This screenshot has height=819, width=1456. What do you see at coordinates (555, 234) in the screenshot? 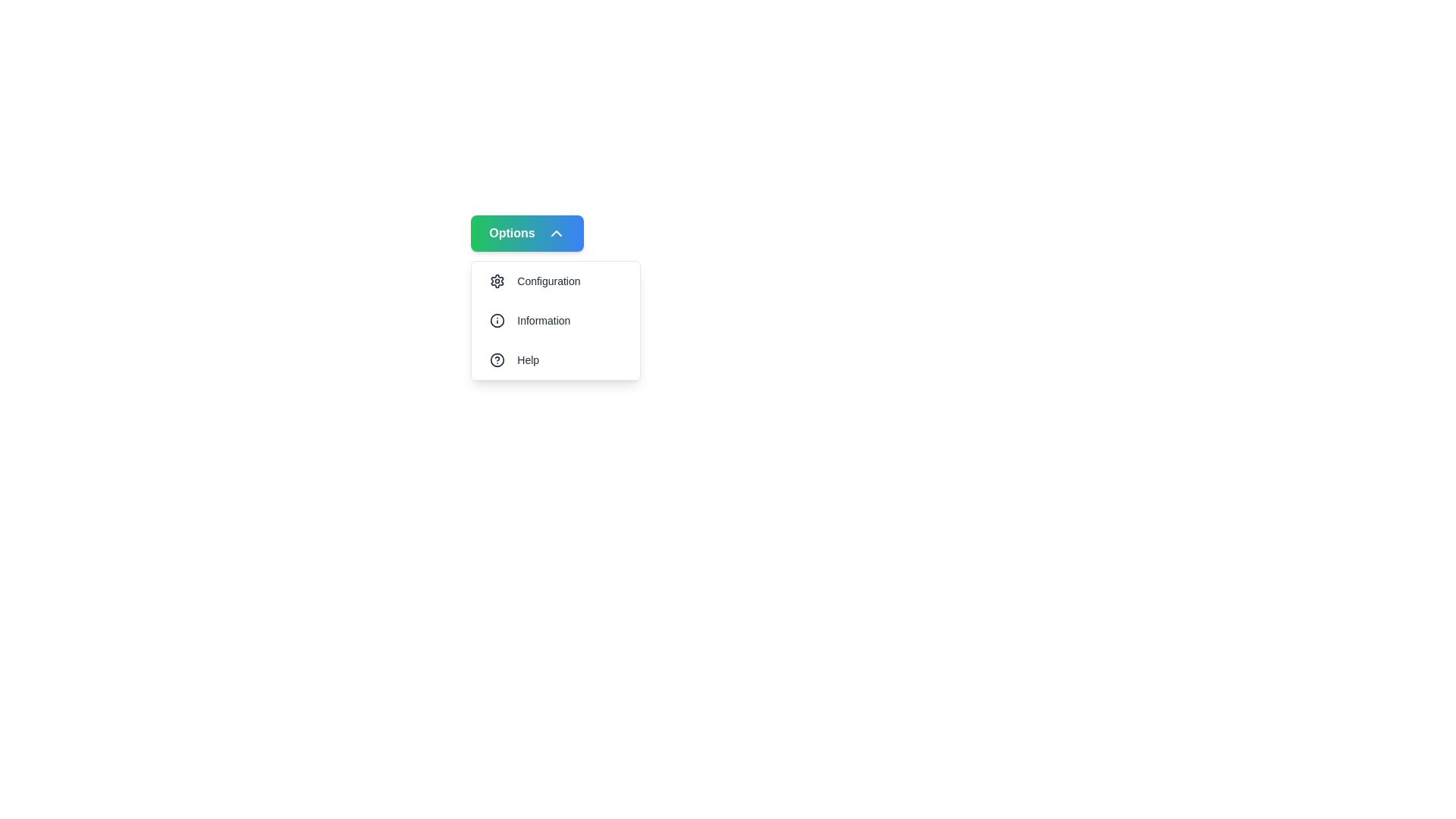
I see `the small triangular icon pointing upwards with a white border, located to the right of the text 'Options' within the gradient green to blue button` at bounding box center [555, 234].